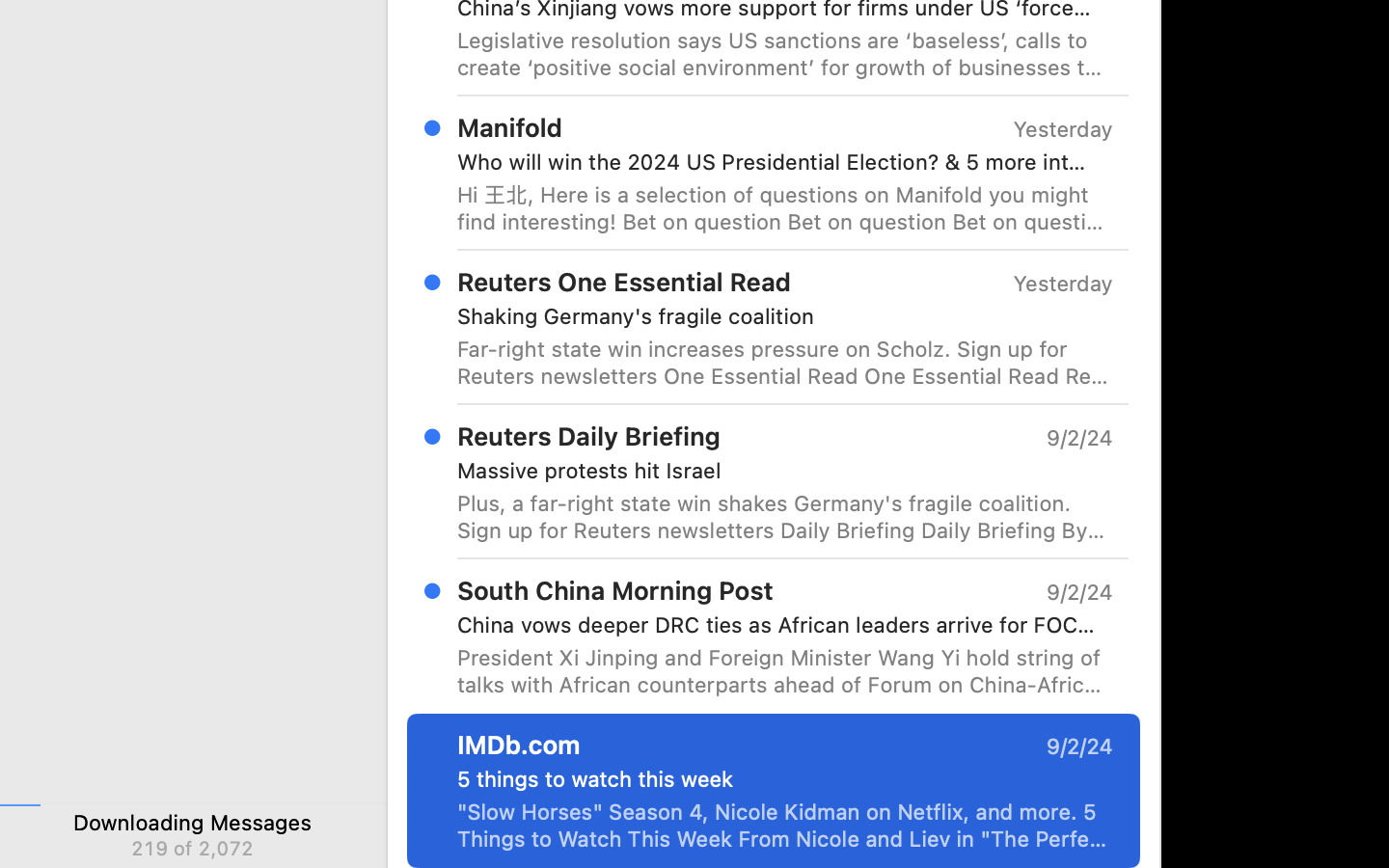 The width and height of the screenshot is (1389, 868). What do you see at coordinates (776, 162) in the screenshot?
I see `'Who will win the 2024 US Presidential Election? & 5 more interesting markets on Manifold'` at bounding box center [776, 162].